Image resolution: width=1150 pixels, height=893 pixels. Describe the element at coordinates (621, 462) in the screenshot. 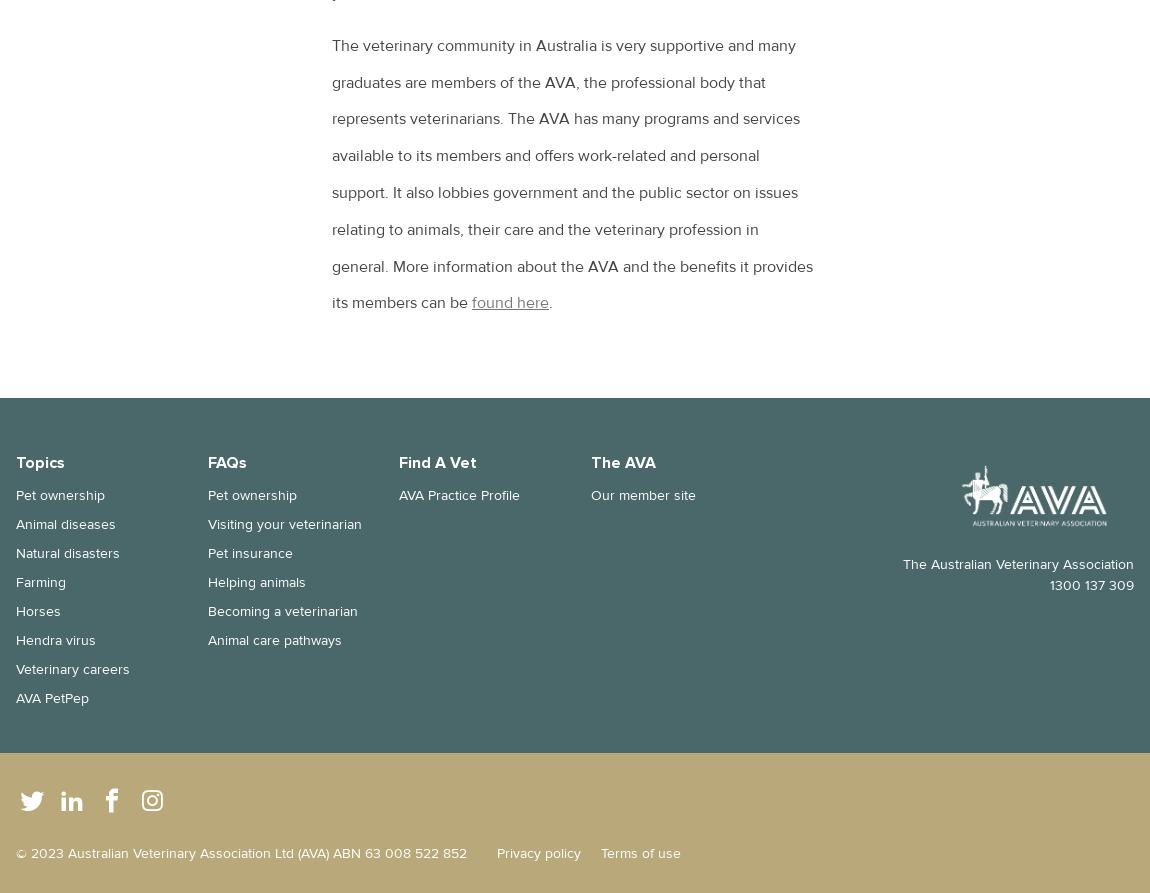

I see `'The AVA'` at that location.